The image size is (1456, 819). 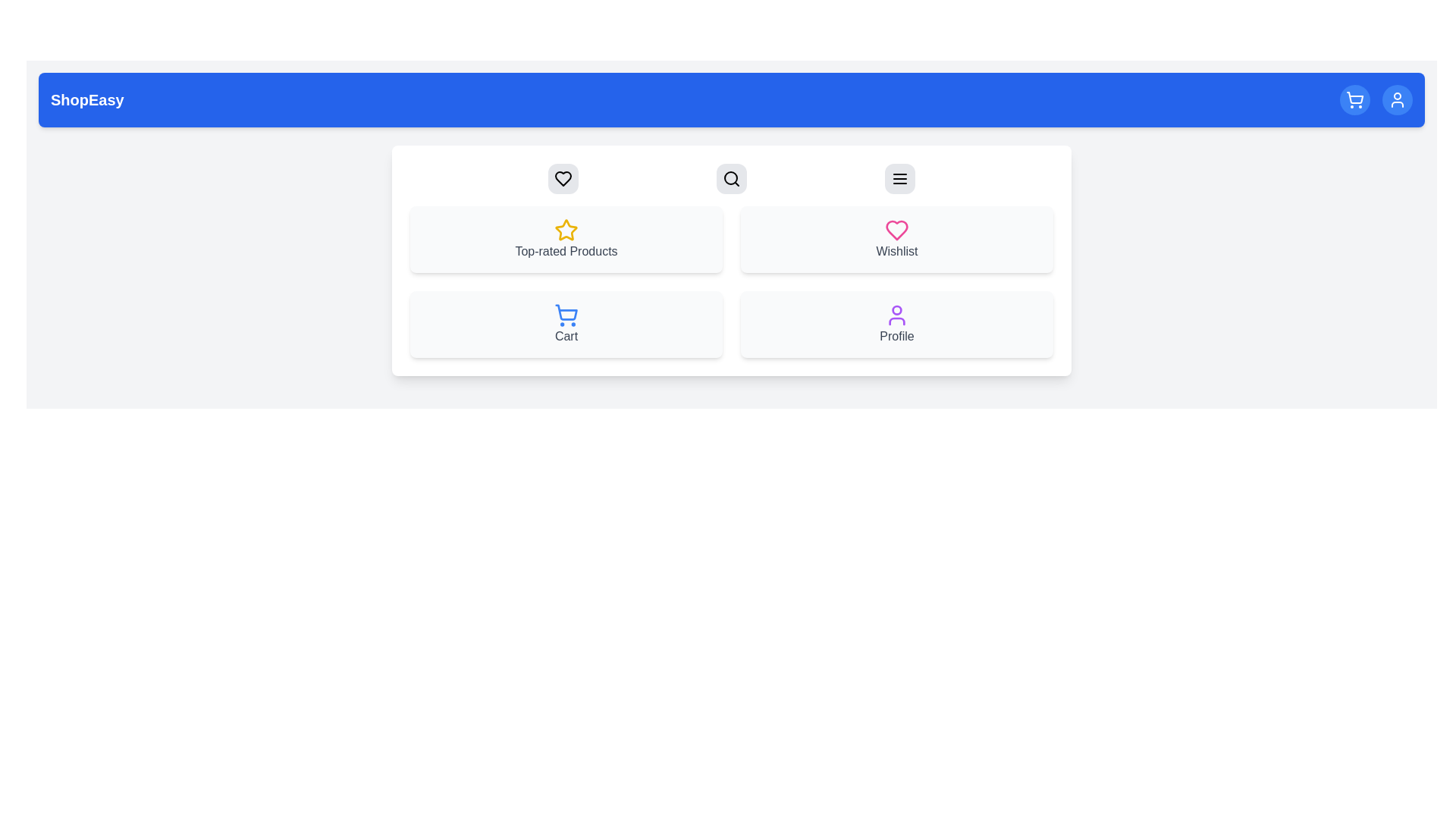 I want to click on the second icon-based button in the upper section of the application interface, so click(x=731, y=177).